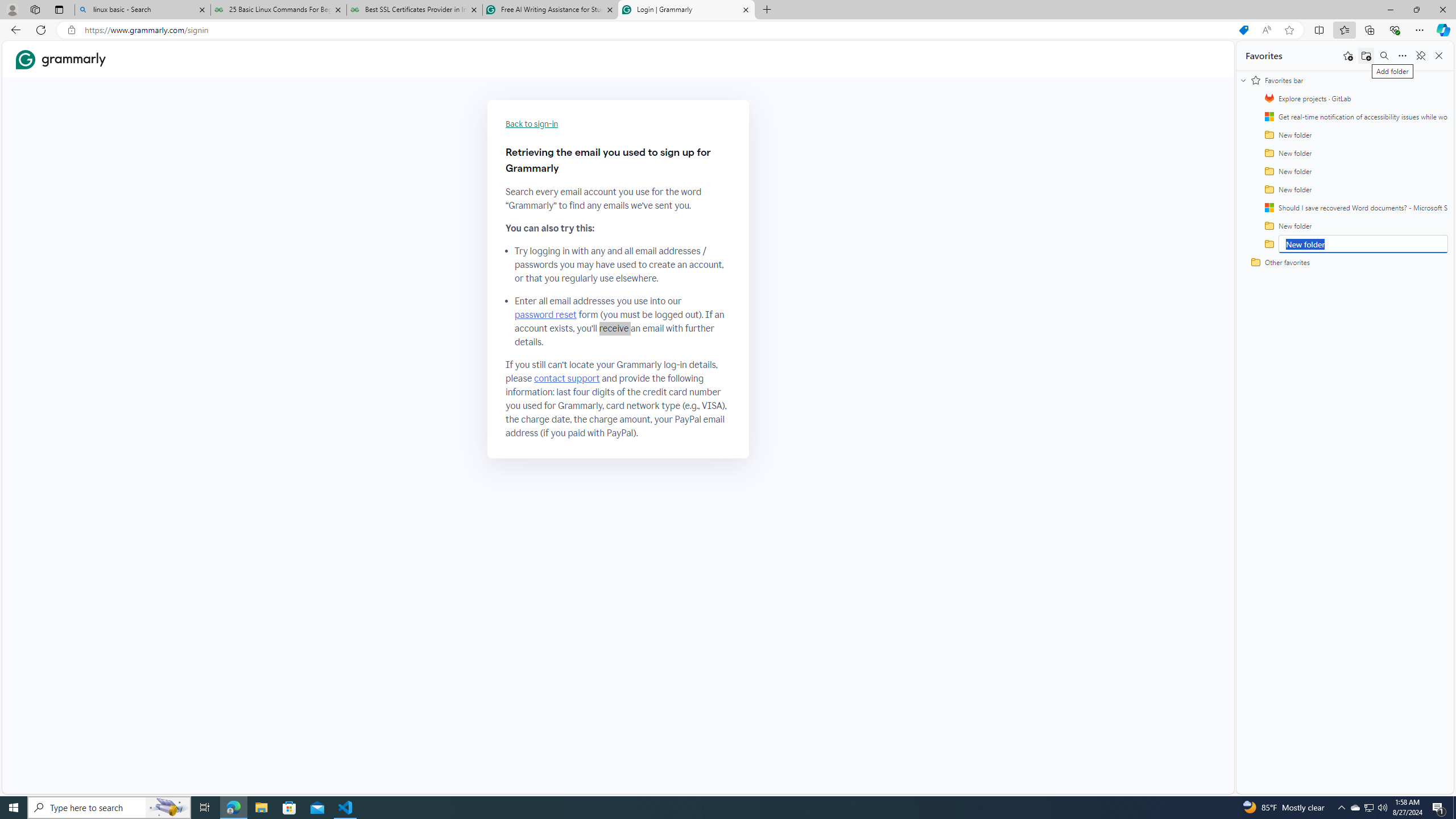 This screenshot has height=819, width=1456. Describe the element at coordinates (1420, 55) in the screenshot. I see `'Unpin favorites'` at that location.